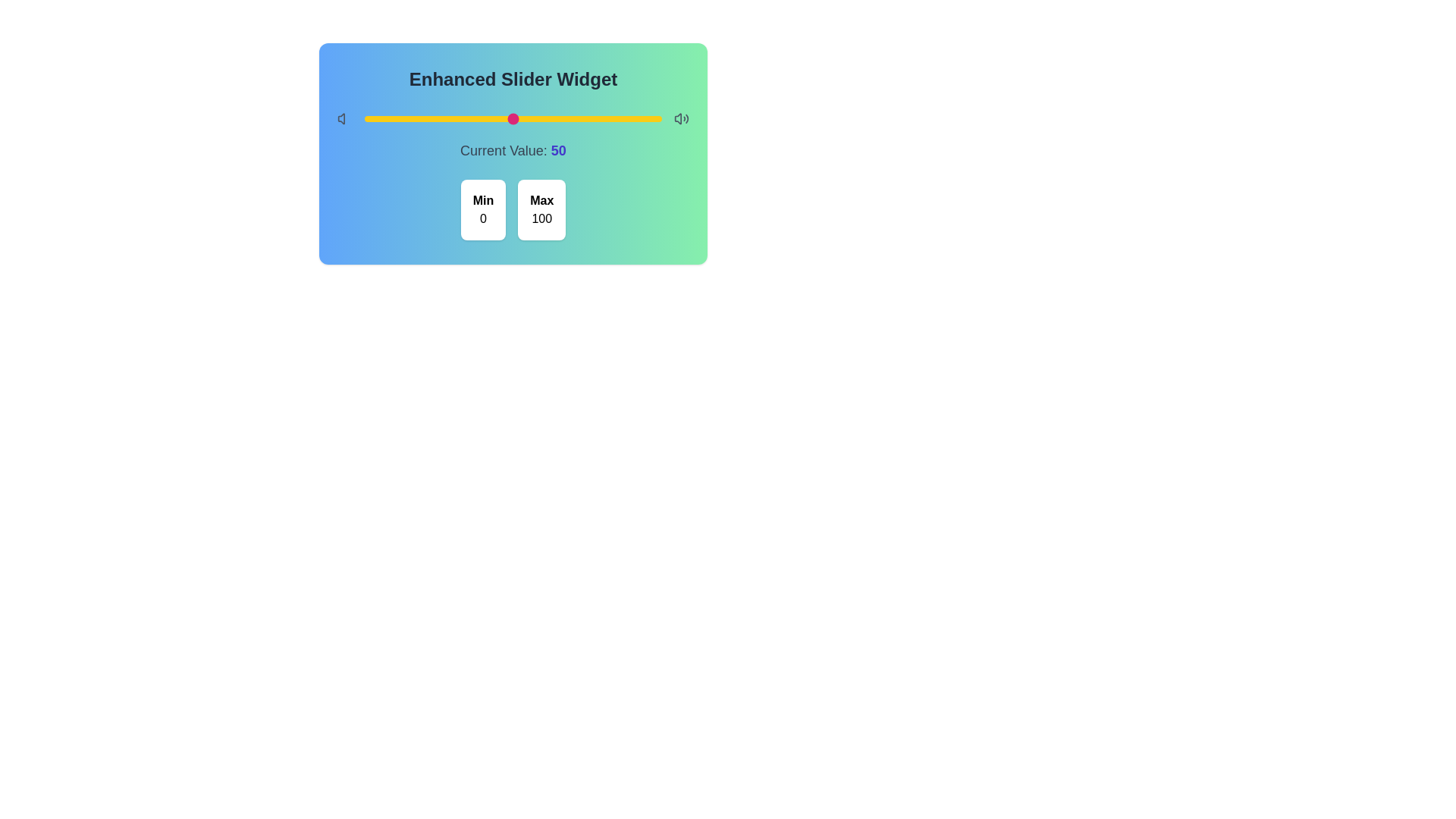  I want to click on the slider to set its value to 52, so click(519, 118).